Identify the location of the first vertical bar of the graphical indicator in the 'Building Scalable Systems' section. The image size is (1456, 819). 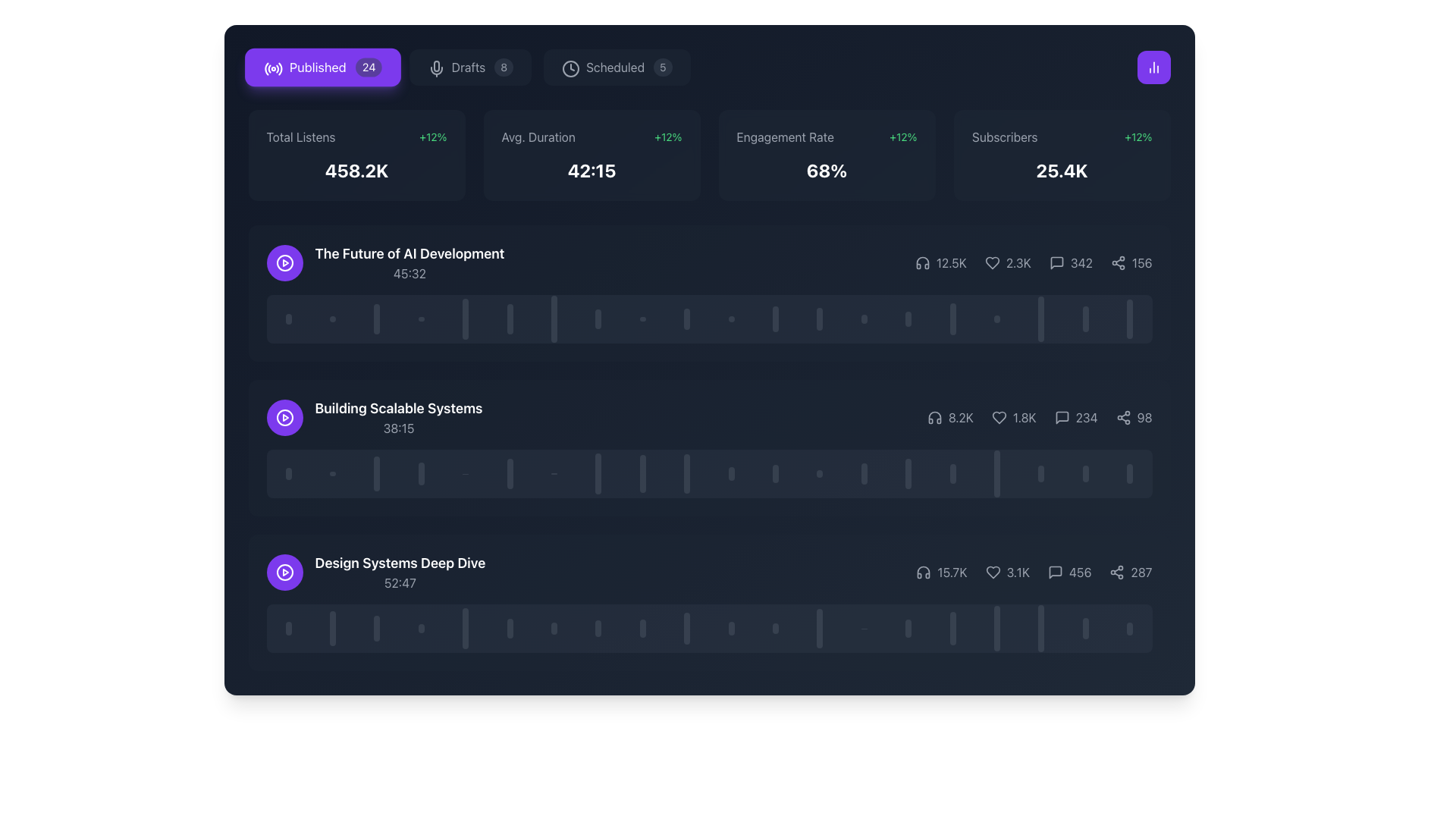
(288, 472).